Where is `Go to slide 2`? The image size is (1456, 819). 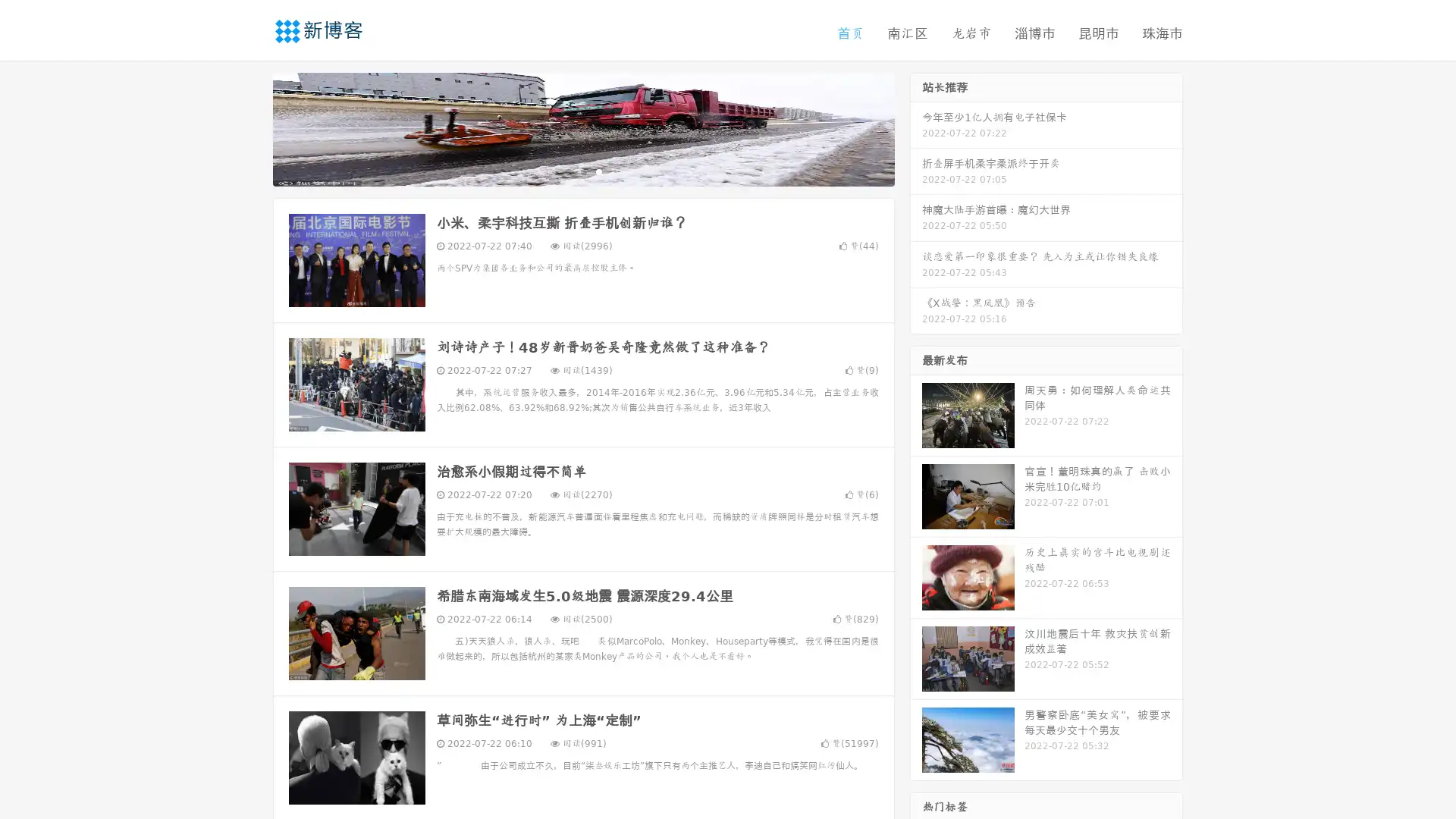
Go to slide 2 is located at coordinates (582, 171).